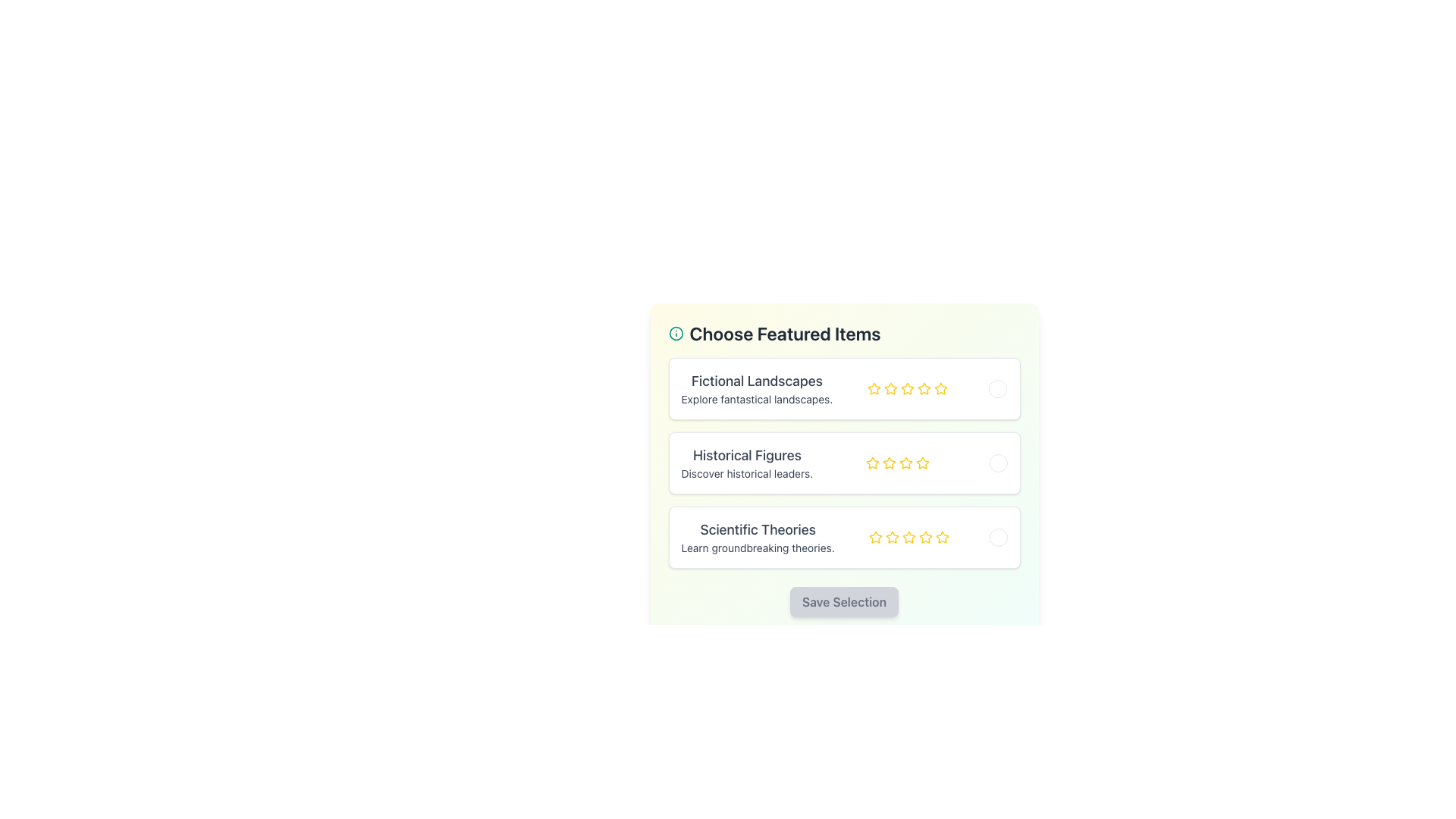 This screenshot has width=1456, height=819. I want to click on the fifth star icon in the rating system for the item labeled 'Fictional Landscapes' to give a five-star rating, so click(940, 388).